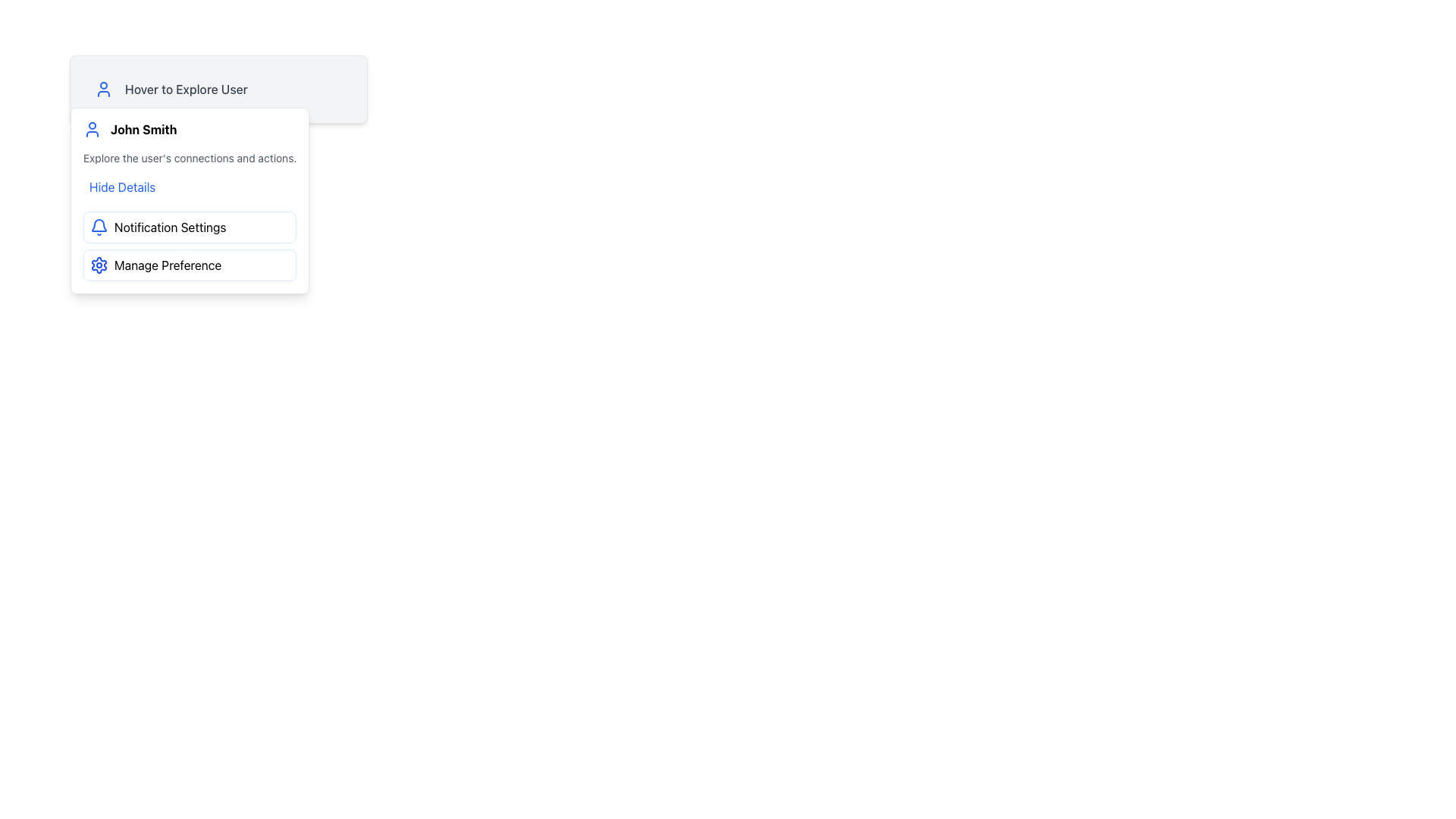  I want to click on the text label displaying 'John Smith' within the dropdown menu component, so click(143, 128).